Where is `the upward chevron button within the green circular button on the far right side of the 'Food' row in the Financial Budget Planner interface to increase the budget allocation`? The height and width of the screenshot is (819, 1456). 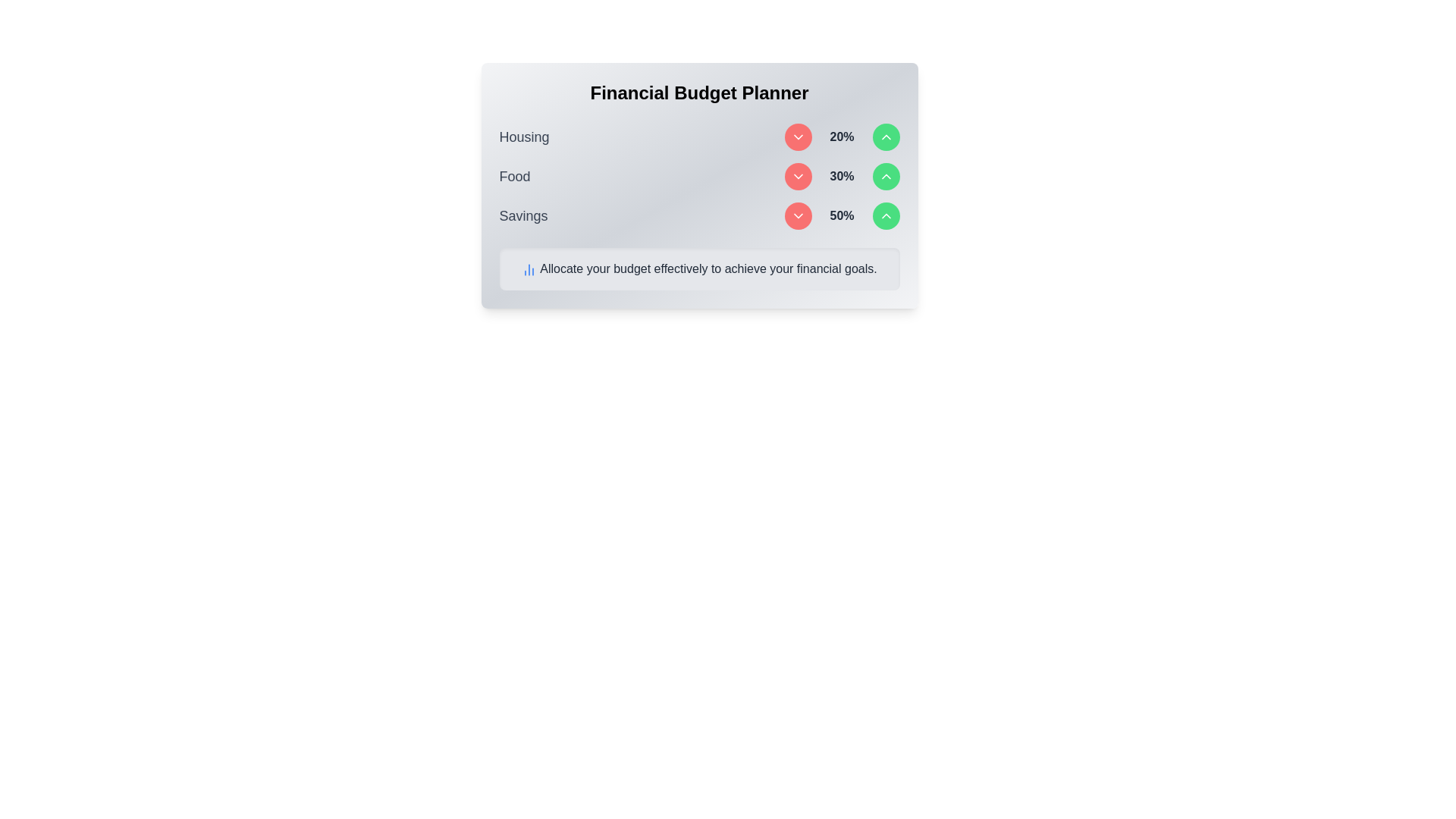 the upward chevron button within the green circular button on the far right side of the 'Food' row in the Financial Budget Planner interface to increase the budget allocation is located at coordinates (886, 216).